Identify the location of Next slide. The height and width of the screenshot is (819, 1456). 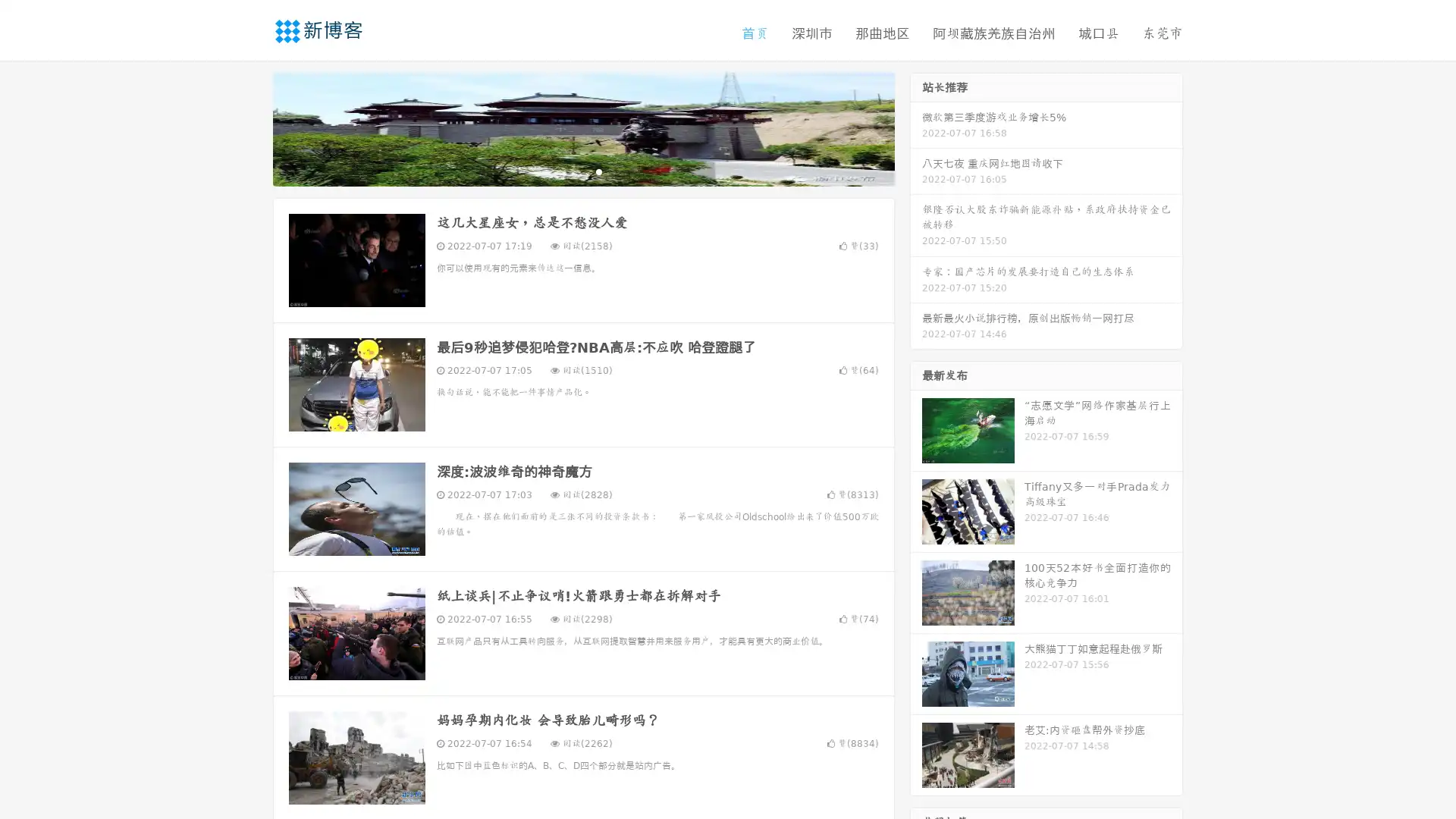
(916, 127).